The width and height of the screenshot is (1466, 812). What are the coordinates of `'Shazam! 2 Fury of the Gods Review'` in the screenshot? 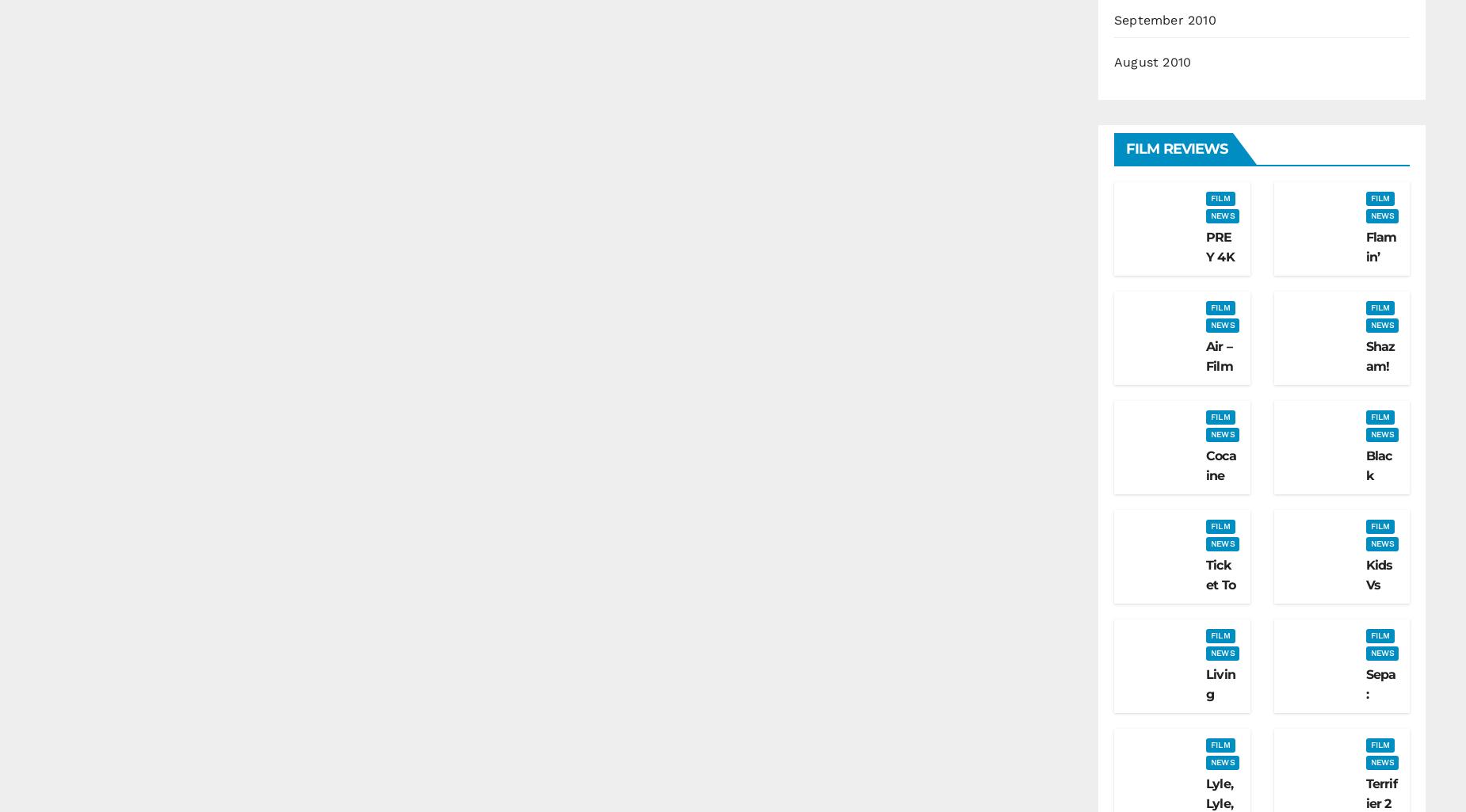 It's located at (1380, 425).